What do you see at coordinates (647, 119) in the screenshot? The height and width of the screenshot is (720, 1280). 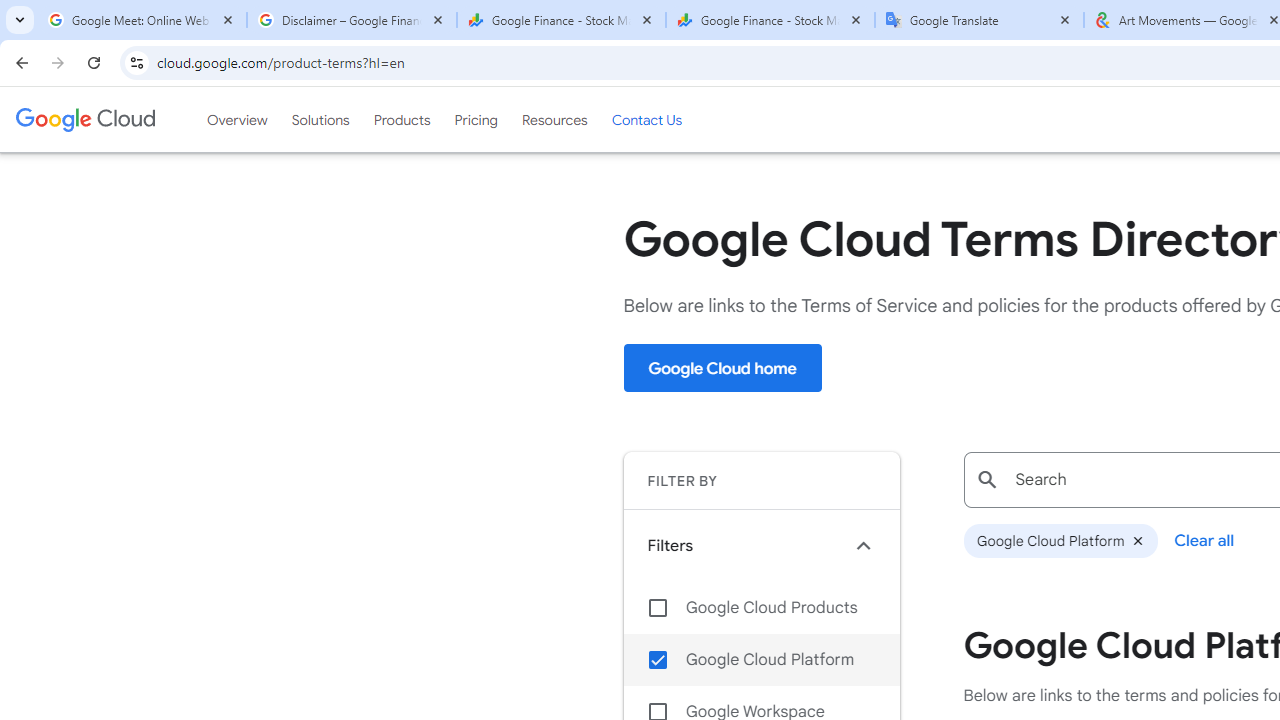 I see `'Contact Us'` at bounding box center [647, 119].